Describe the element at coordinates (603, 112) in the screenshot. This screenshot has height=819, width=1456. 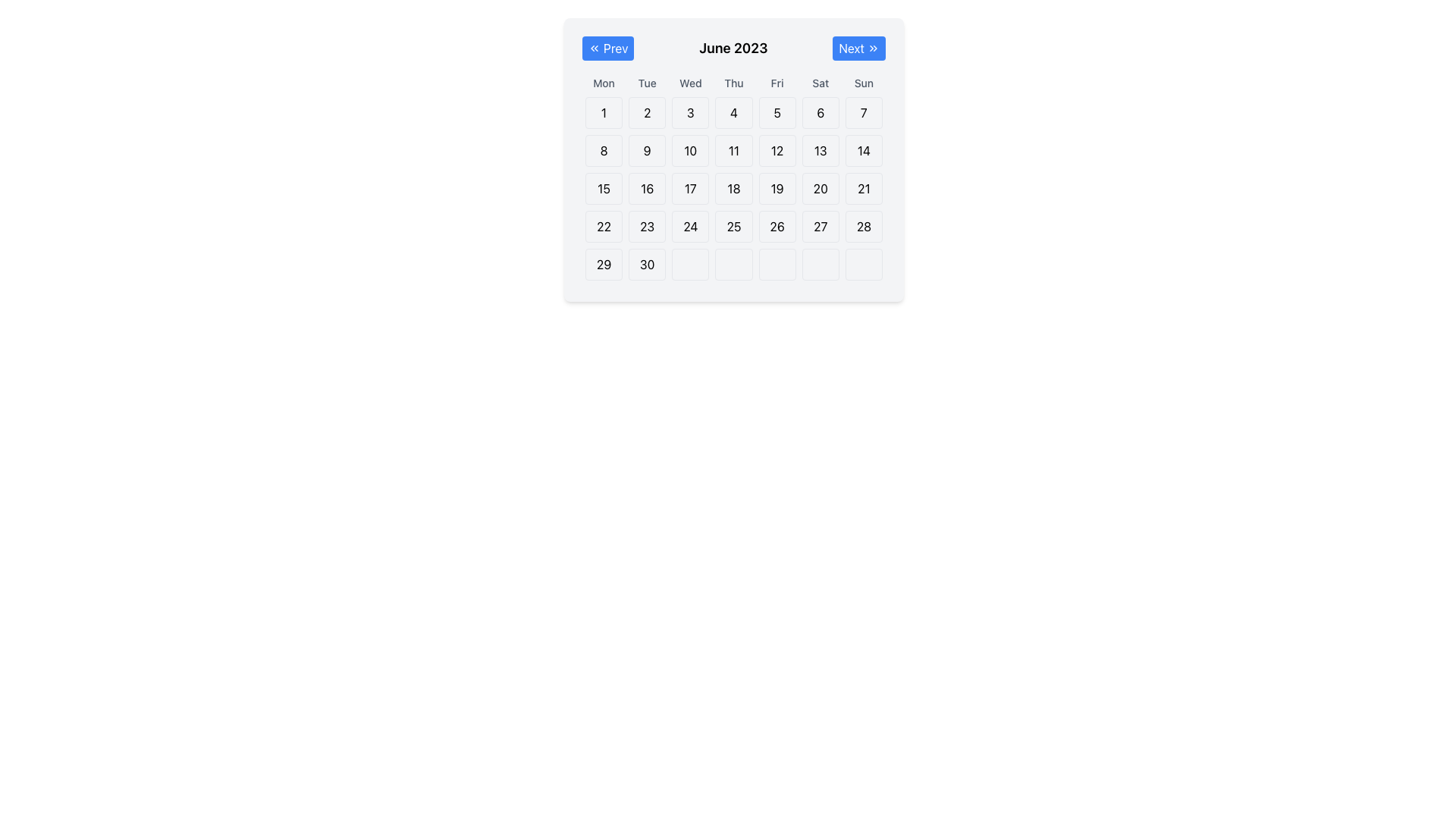
I see `the square-shaped button with a rounded border and bold black text '1'` at that location.